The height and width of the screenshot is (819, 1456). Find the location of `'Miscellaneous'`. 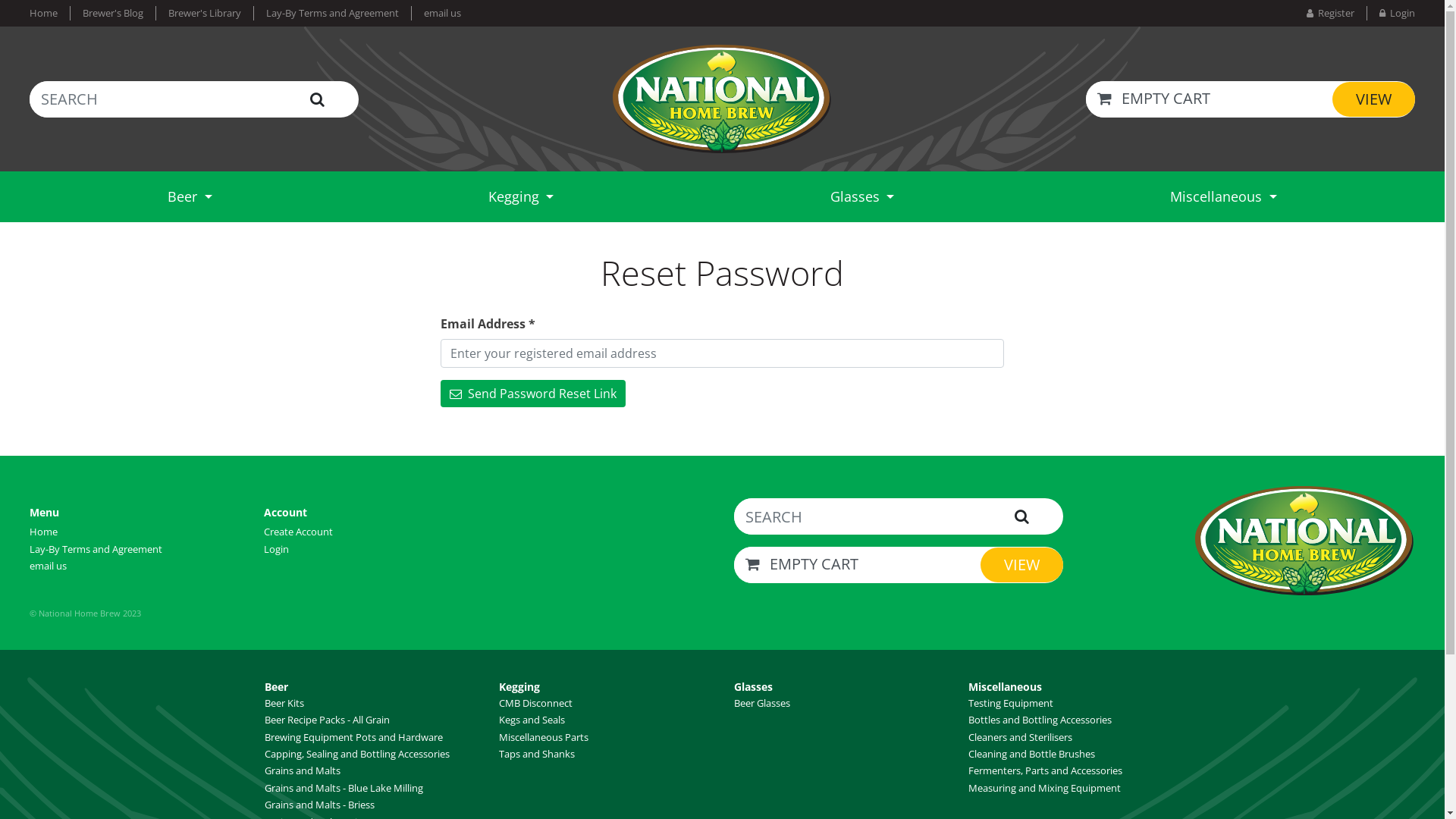

'Miscellaneous' is located at coordinates (1005, 686).